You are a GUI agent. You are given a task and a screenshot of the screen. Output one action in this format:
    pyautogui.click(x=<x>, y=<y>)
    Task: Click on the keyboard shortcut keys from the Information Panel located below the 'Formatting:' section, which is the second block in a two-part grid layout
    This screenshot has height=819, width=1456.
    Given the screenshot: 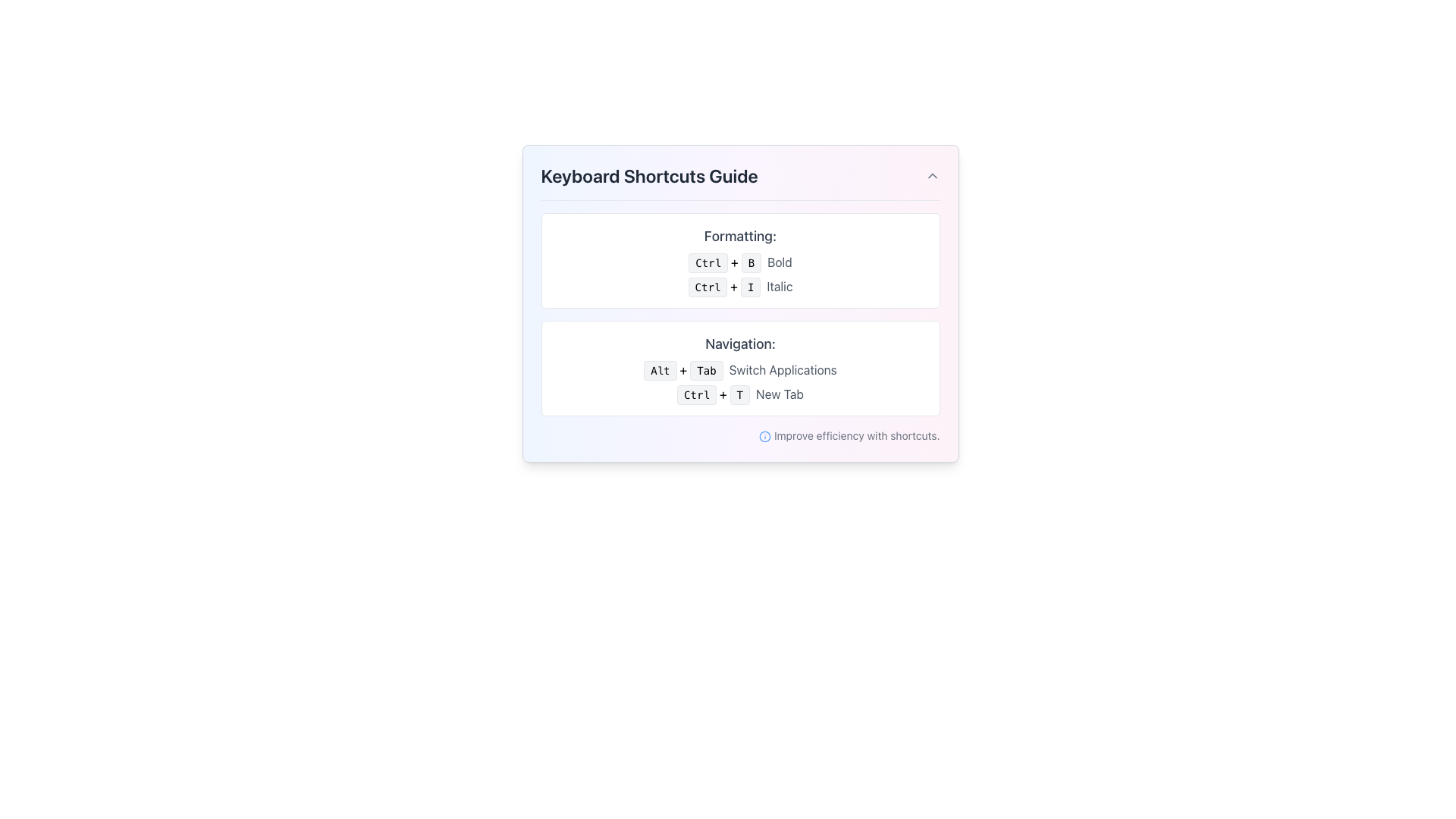 What is the action you would take?
    pyautogui.click(x=740, y=369)
    